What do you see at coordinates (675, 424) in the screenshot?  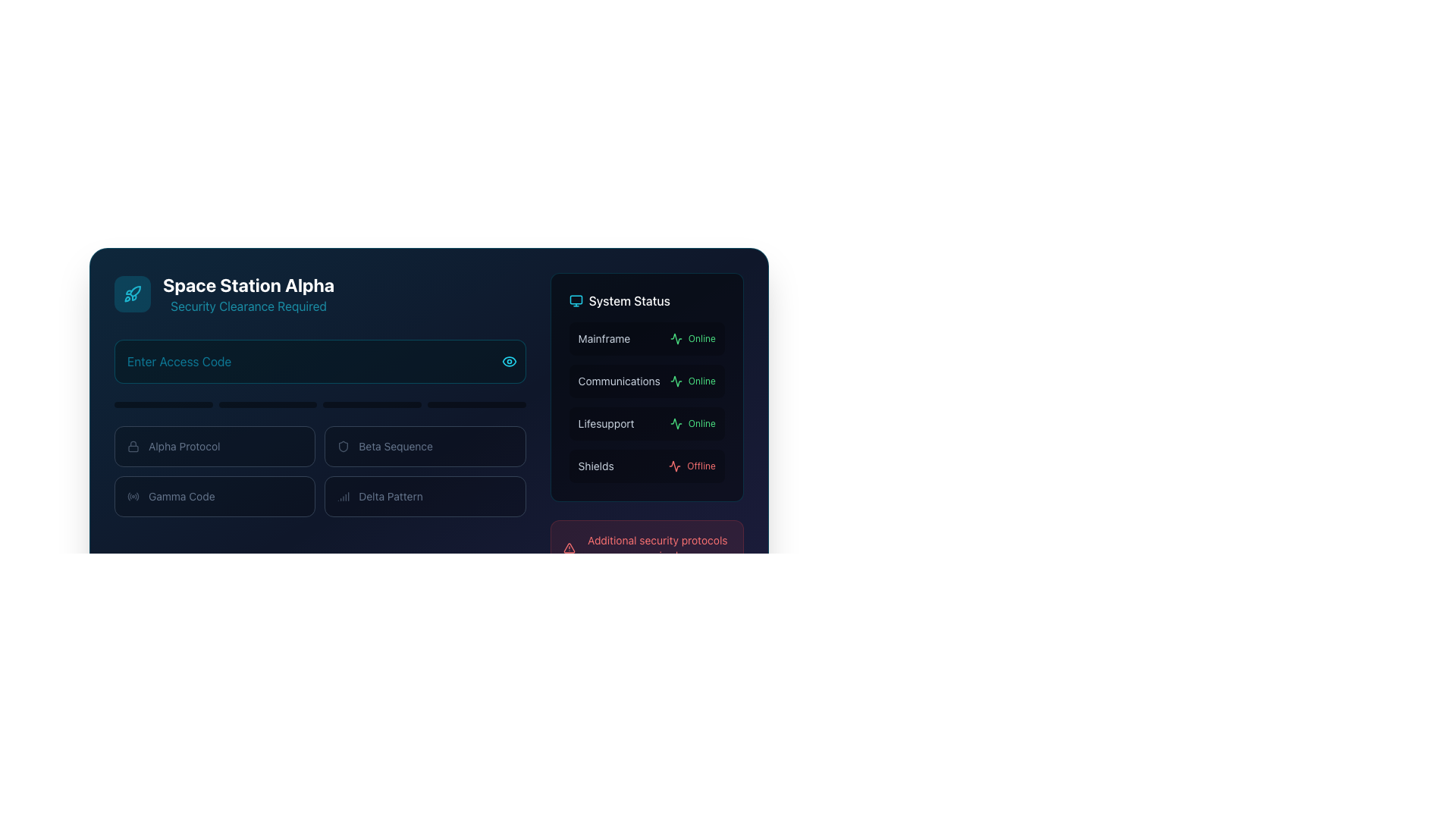 I see `the graphical waveform representing the 'Mainframe' system status in the 'System Status' panel located on the right side of the interface` at bounding box center [675, 424].